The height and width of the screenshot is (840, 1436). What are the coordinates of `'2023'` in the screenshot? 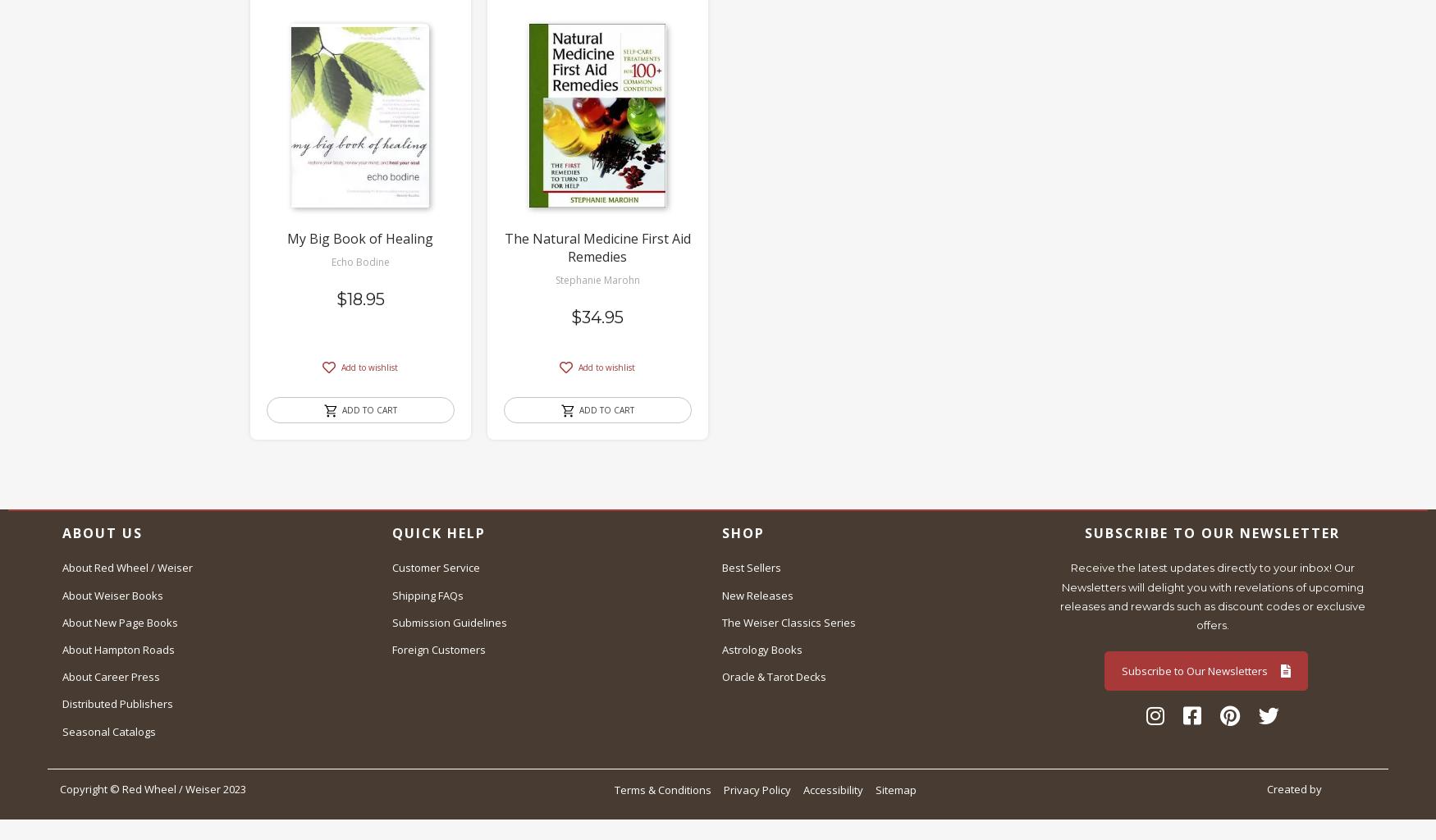 It's located at (218, 788).